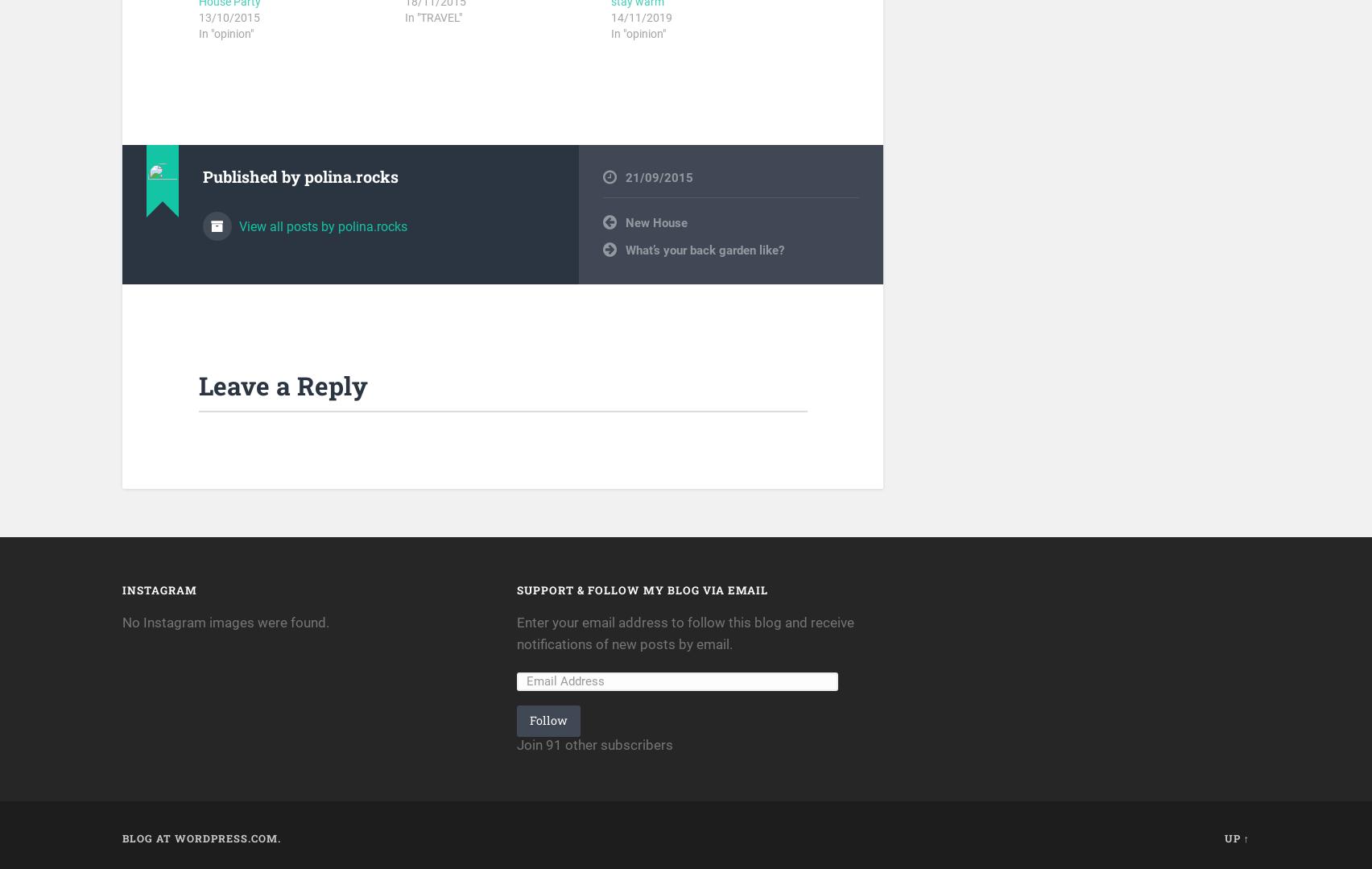 This screenshot has width=1372, height=869. I want to click on 'Blog at WordPress.com.', so click(200, 837).